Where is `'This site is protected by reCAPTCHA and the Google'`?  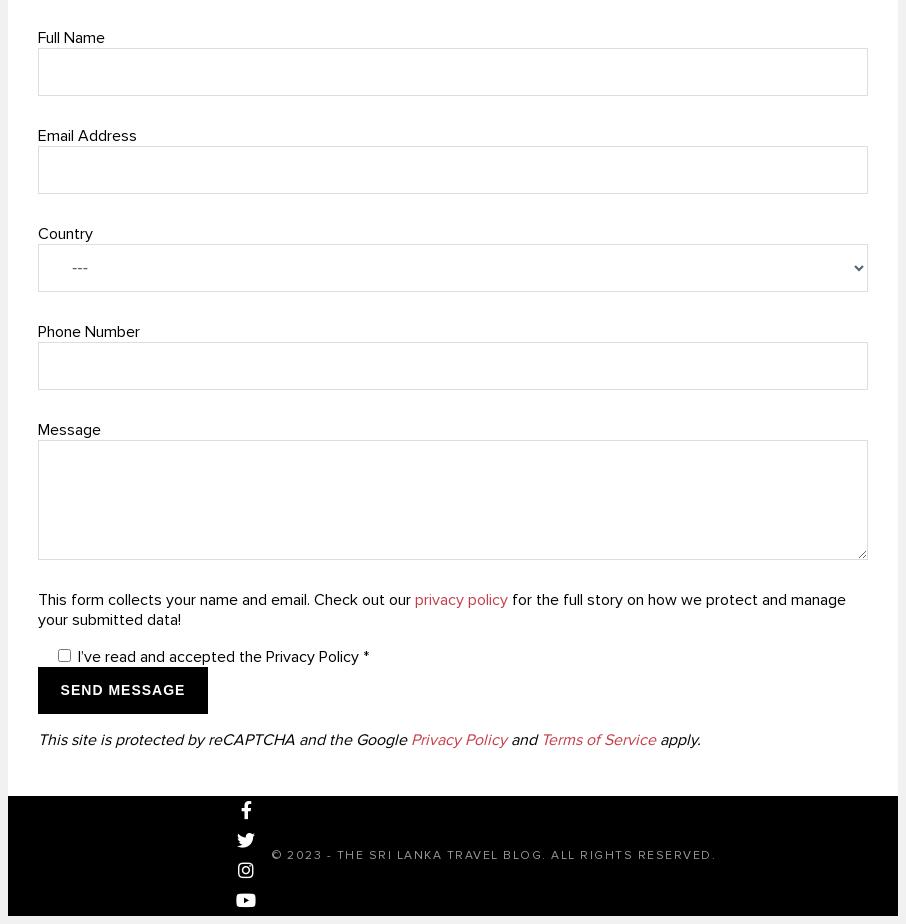
'This site is protected by reCAPTCHA and the Google' is located at coordinates (36, 739).